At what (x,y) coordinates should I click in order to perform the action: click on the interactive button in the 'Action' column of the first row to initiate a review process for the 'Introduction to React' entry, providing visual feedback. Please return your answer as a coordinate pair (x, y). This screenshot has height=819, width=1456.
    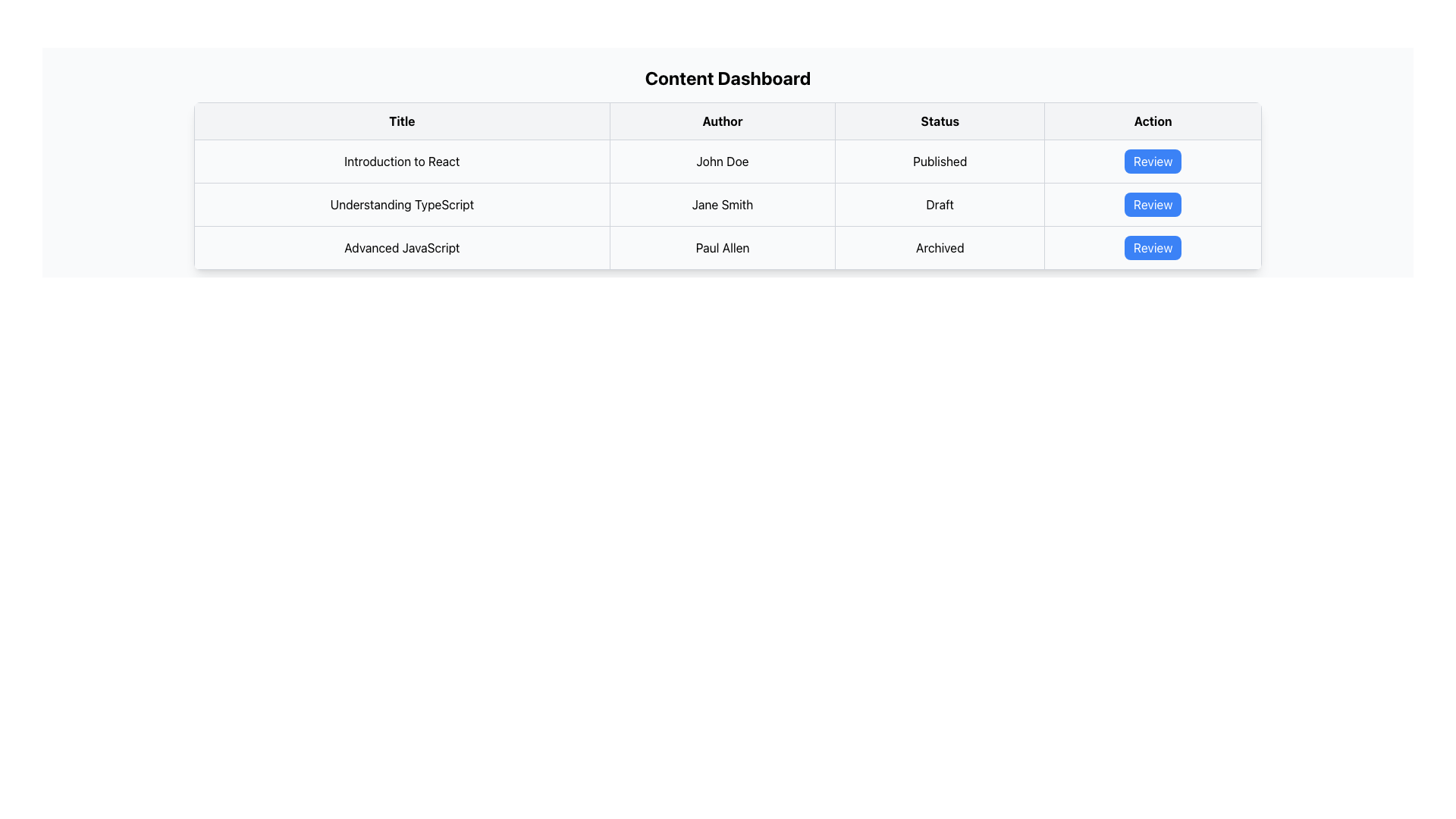
    Looking at the image, I should click on (1153, 161).